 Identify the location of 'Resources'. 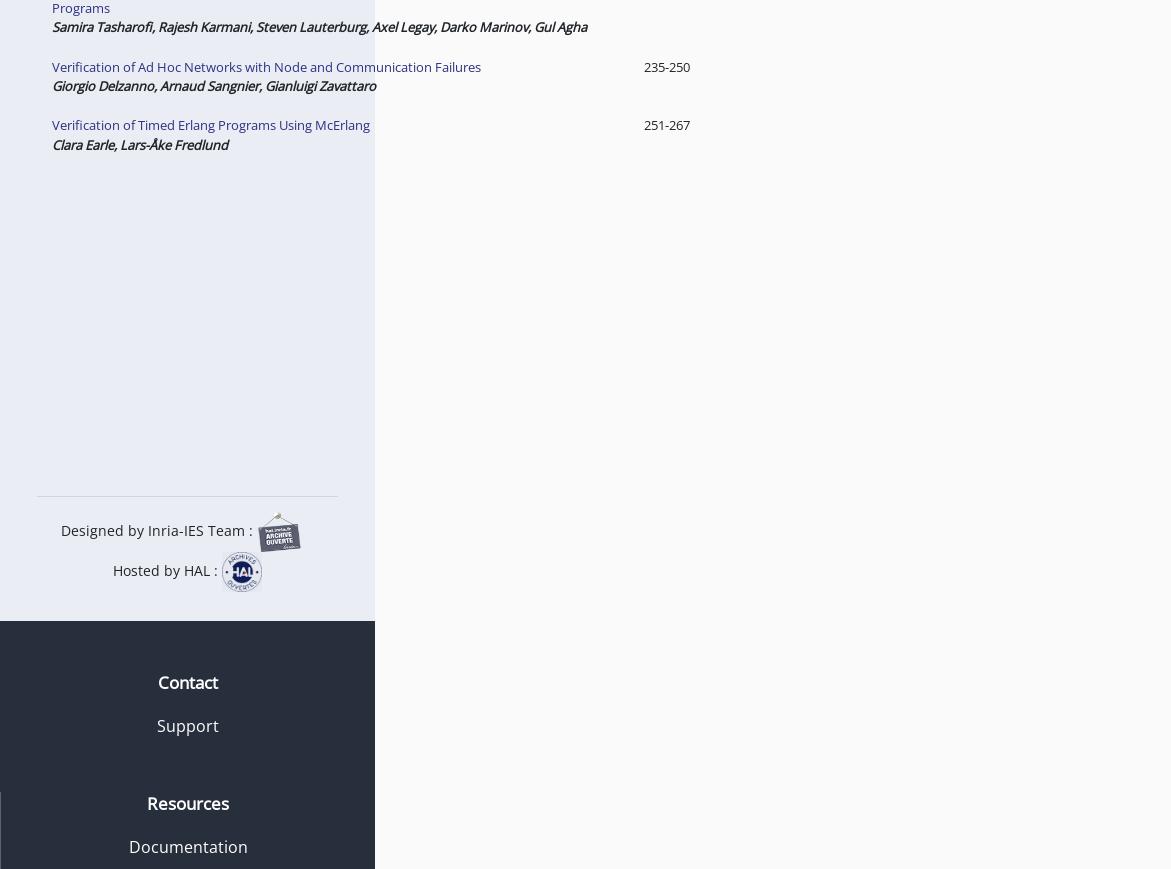
(186, 802).